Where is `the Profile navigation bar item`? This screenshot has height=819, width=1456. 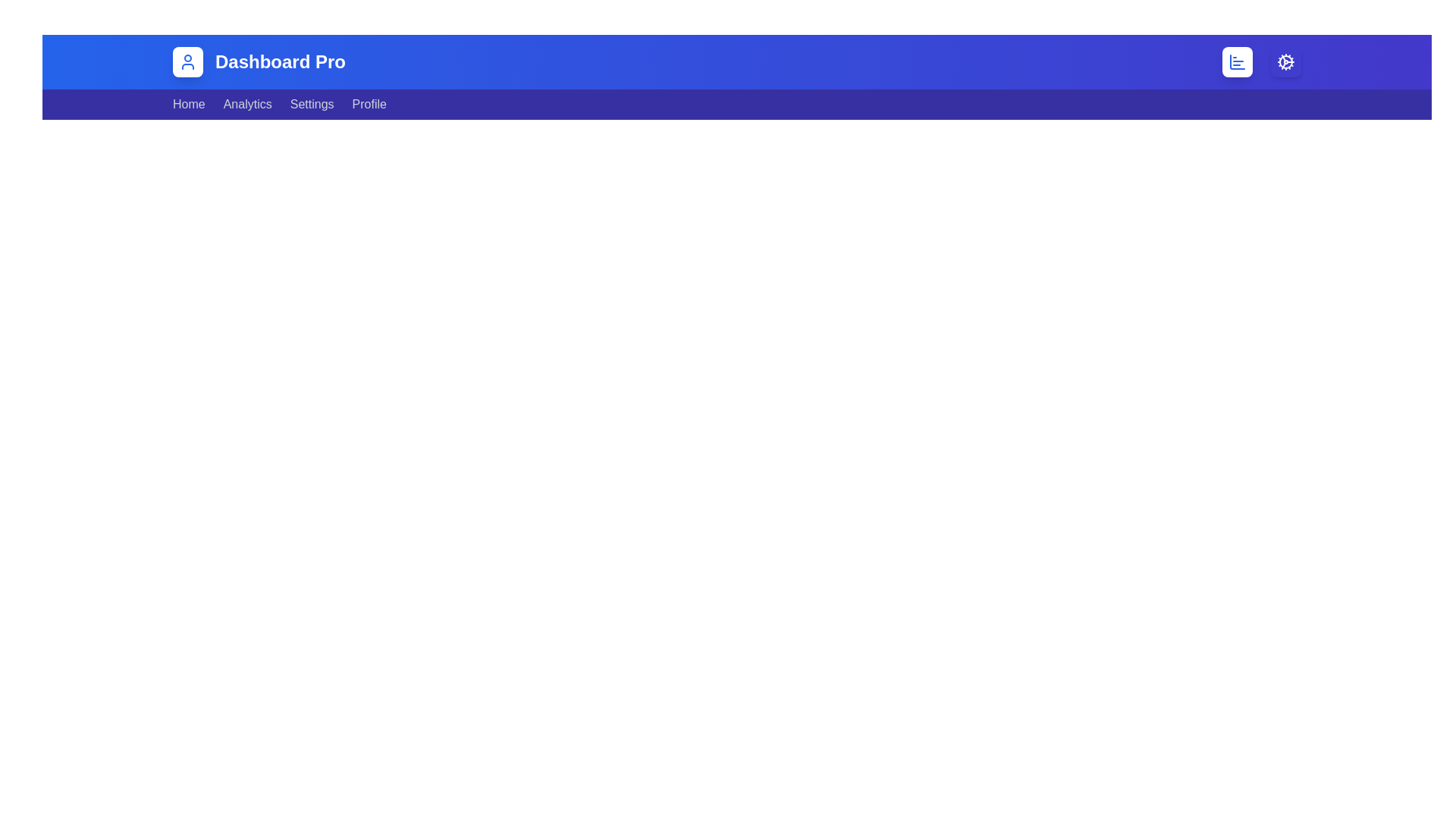 the Profile navigation bar item is located at coordinates (369, 104).